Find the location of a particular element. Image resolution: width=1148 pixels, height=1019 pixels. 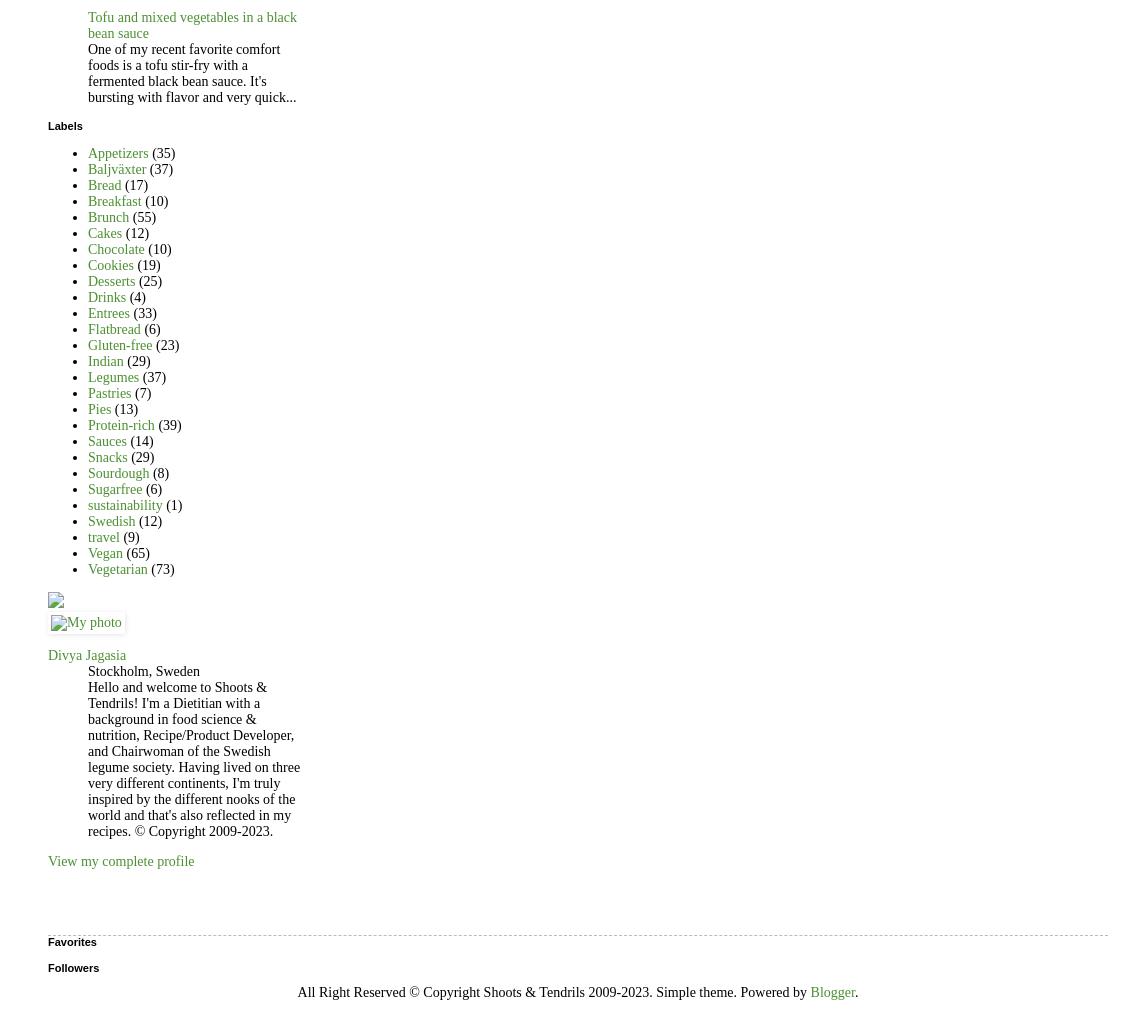

'Followers' is located at coordinates (73, 966).